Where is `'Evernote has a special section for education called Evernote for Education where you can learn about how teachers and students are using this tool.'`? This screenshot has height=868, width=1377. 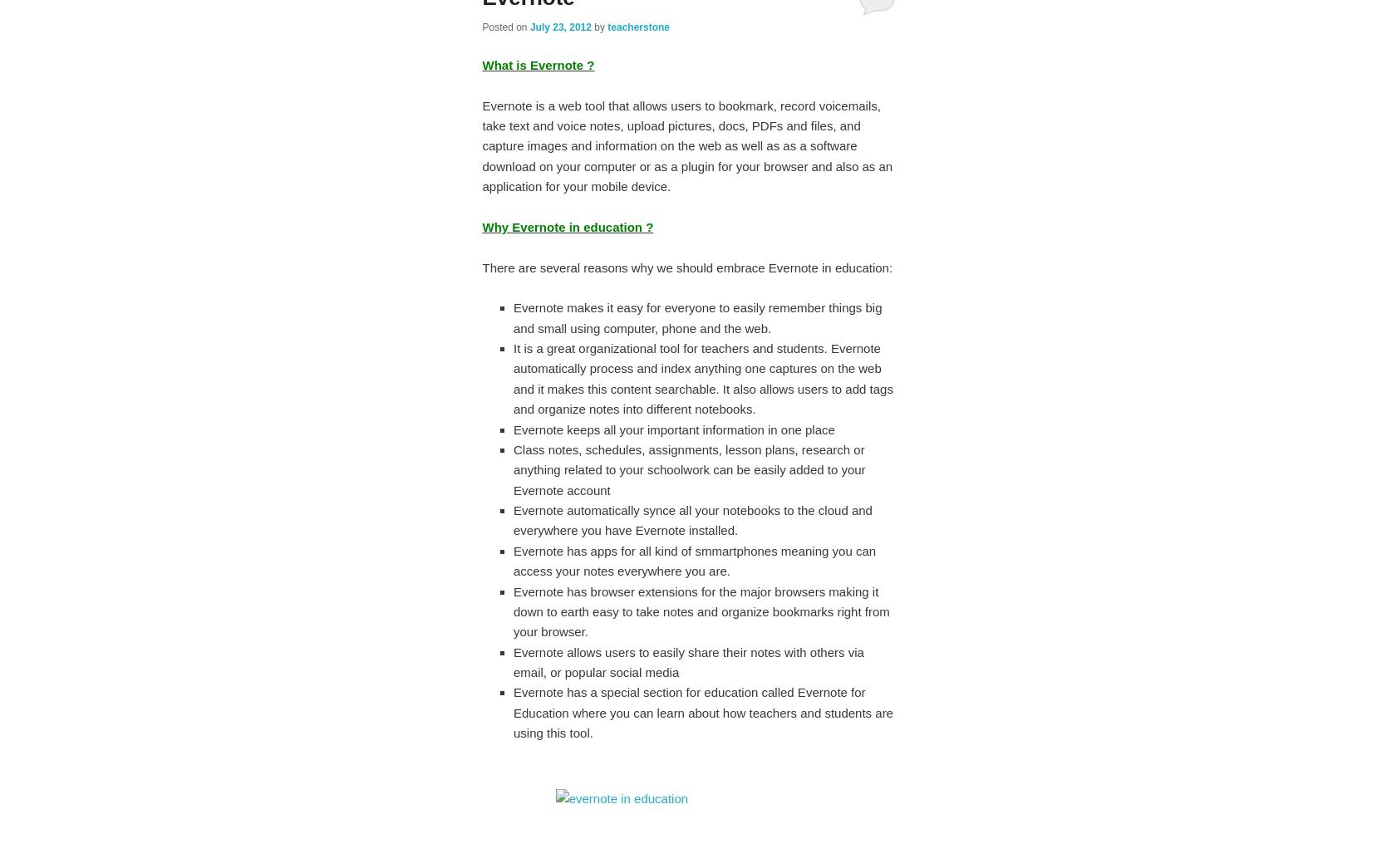 'Evernote has a special section for education called Evernote for Education where you can learn about how teachers and students are using this tool.' is located at coordinates (703, 712).